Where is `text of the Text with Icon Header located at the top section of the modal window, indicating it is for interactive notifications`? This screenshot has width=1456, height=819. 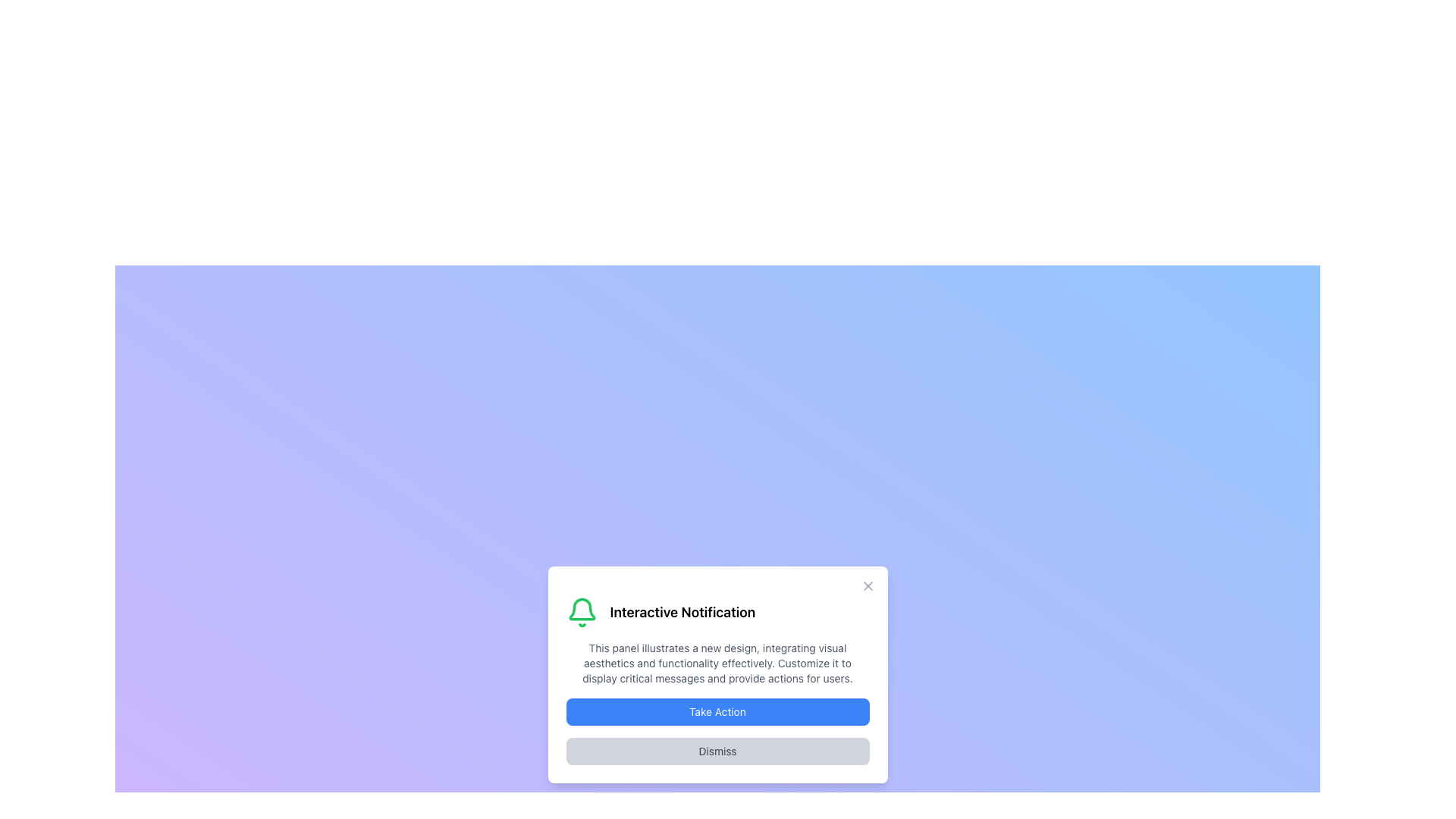 text of the Text with Icon Header located at the top section of the modal window, indicating it is for interactive notifications is located at coordinates (717, 611).